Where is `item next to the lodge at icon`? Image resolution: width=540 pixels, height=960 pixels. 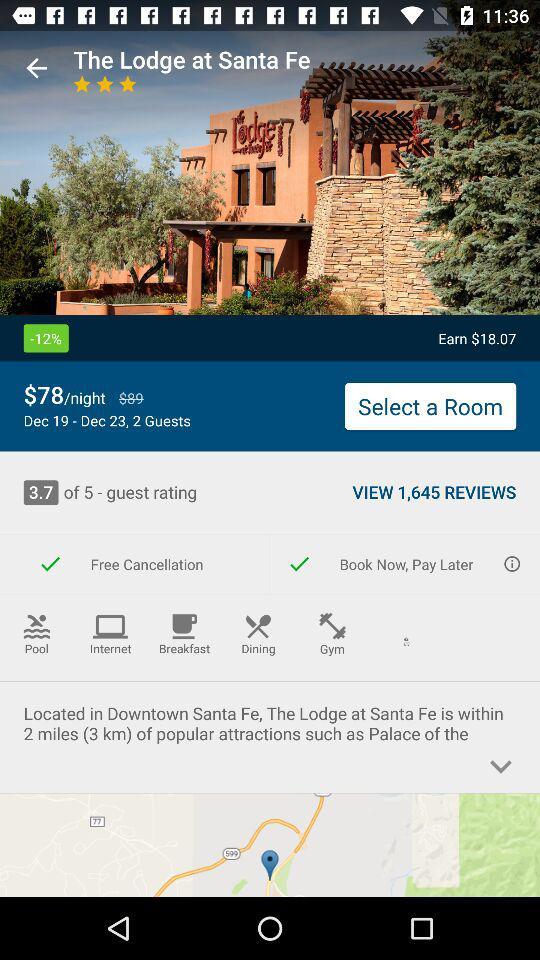
item next to the lodge at icon is located at coordinates (36, 68).